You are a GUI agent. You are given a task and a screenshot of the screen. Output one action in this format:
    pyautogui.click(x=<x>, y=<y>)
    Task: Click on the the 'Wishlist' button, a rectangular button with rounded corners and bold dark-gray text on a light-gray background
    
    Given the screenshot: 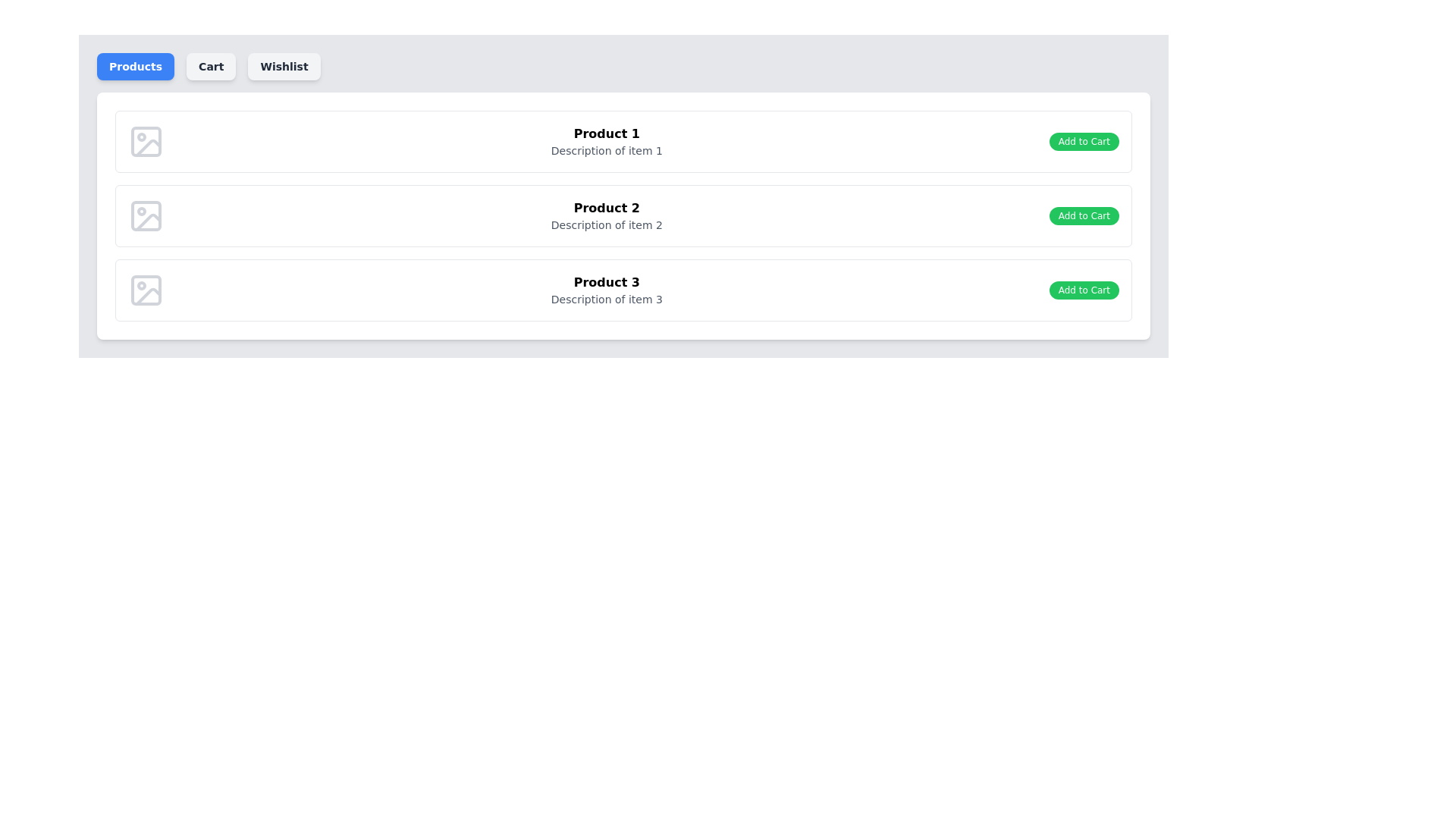 What is the action you would take?
    pyautogui.click(x=284, y=66)
    